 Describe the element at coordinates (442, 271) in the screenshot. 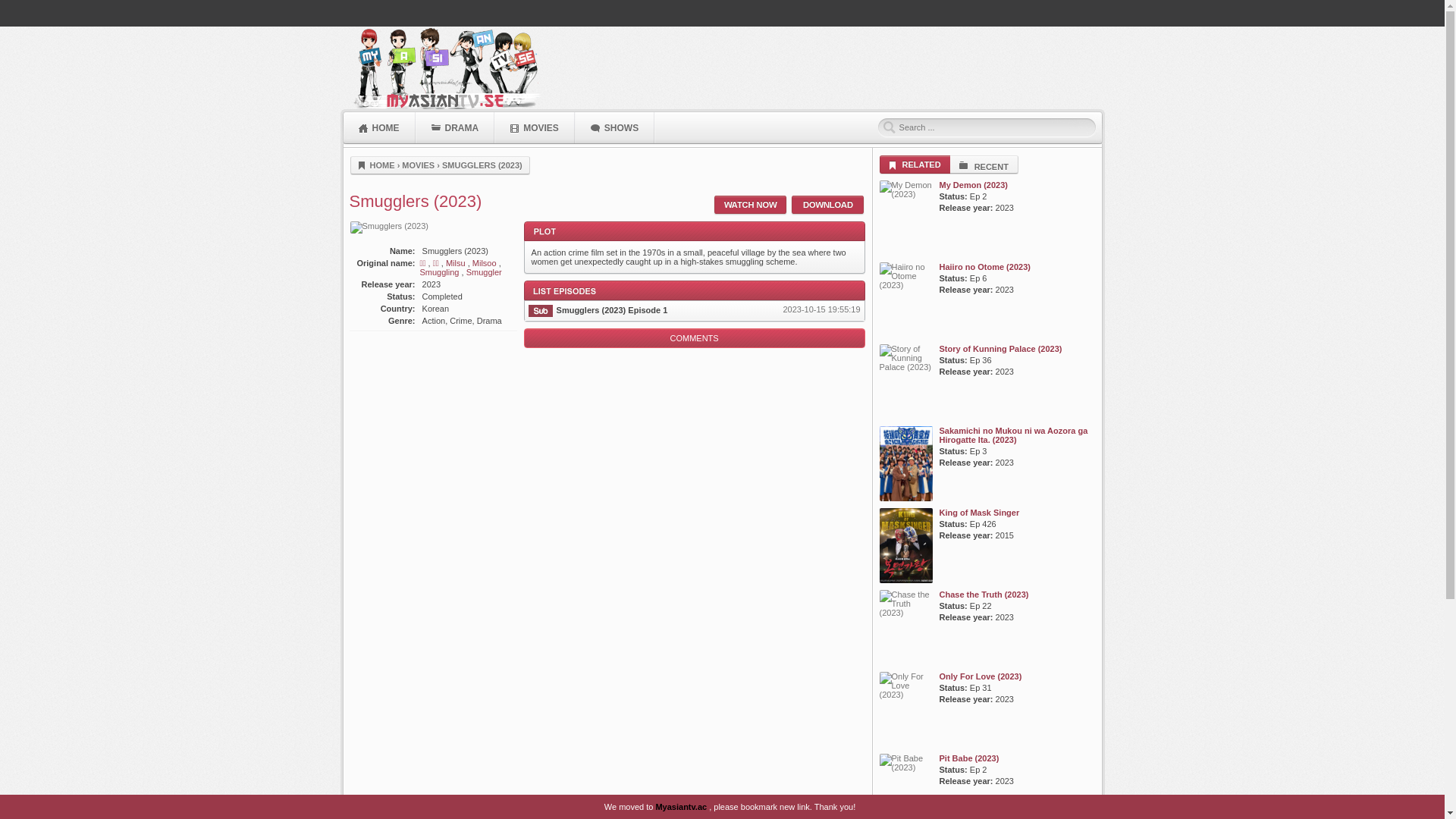

I see `'Smuggling'` at that location.